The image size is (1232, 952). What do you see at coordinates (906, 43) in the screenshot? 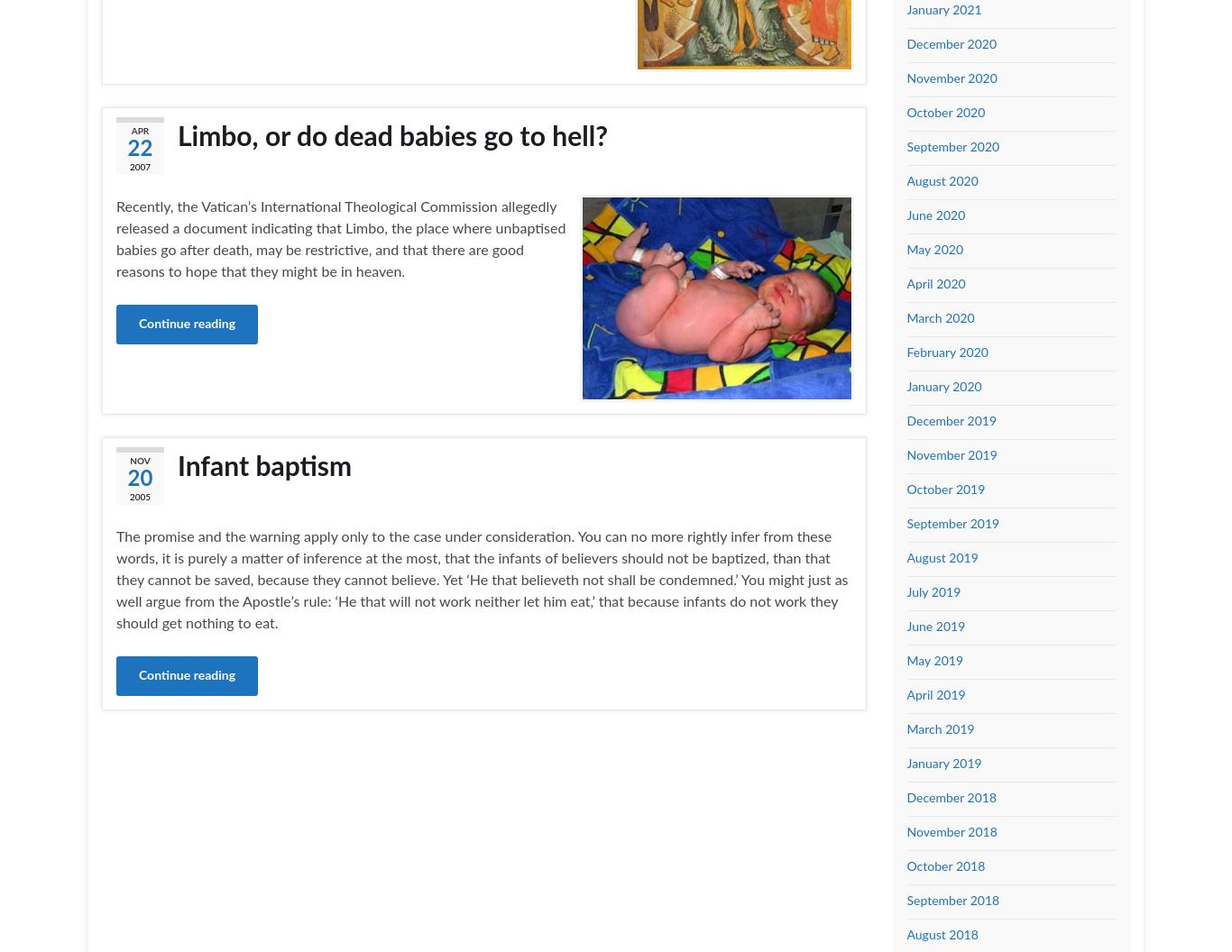
I see `'December 2020'` at bounding box center [906, 43].